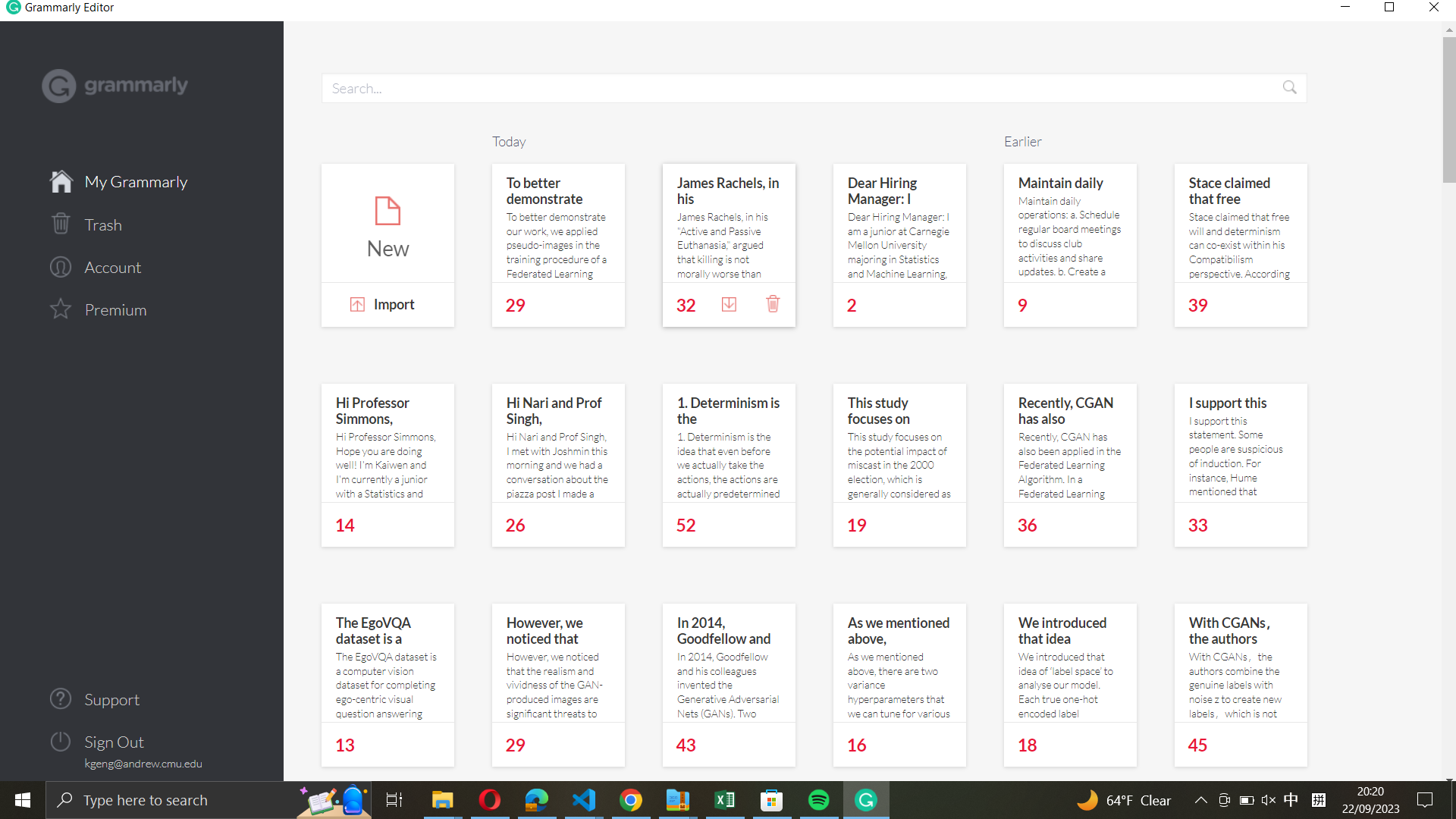 The width and height of the screenshot is (1456, 819). I want to click on a note to maintain daily earlier first note, so click(1070, 222).